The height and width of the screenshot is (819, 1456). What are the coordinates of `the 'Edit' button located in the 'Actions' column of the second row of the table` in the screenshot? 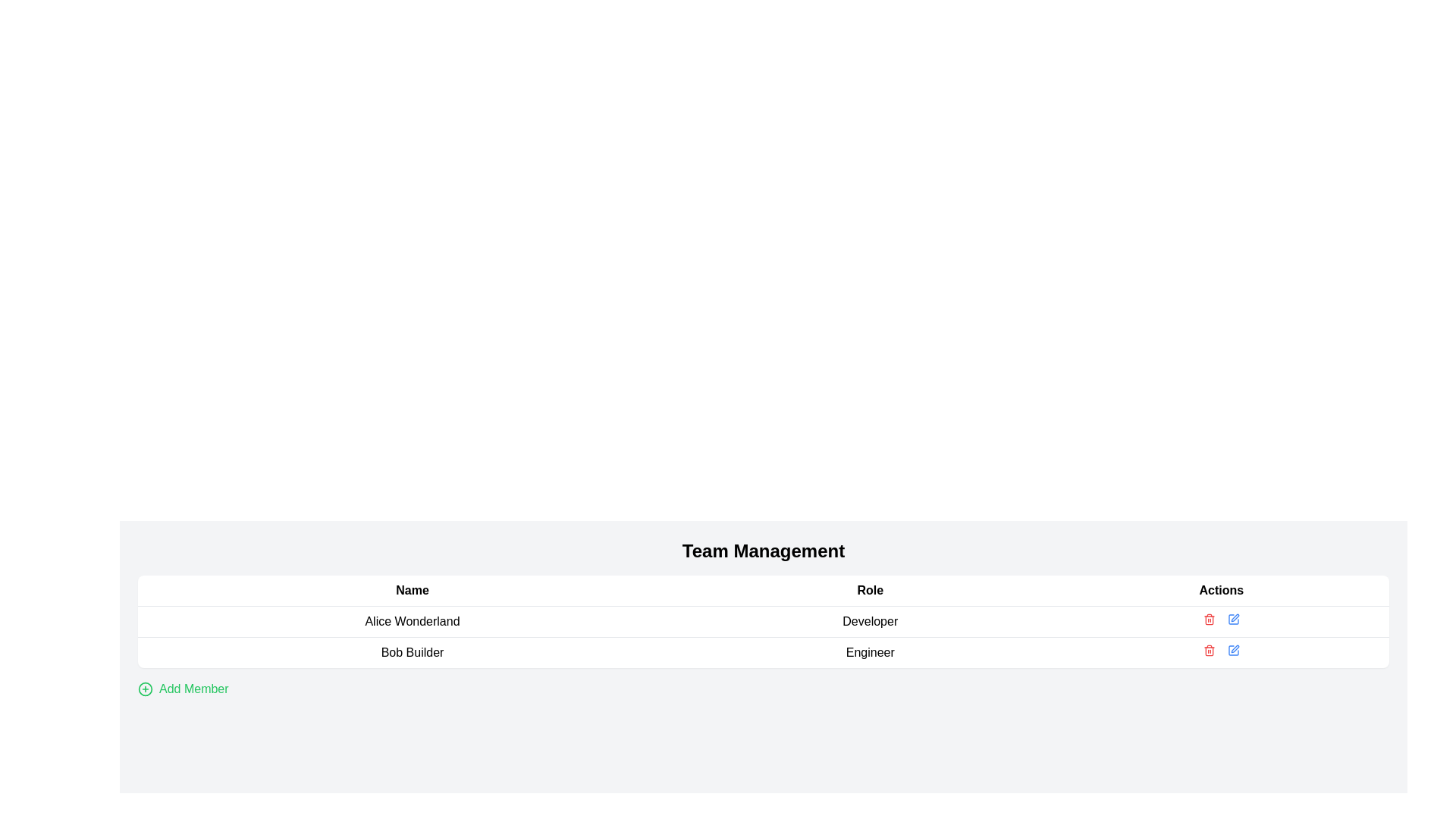 It's located at (1233, 649).